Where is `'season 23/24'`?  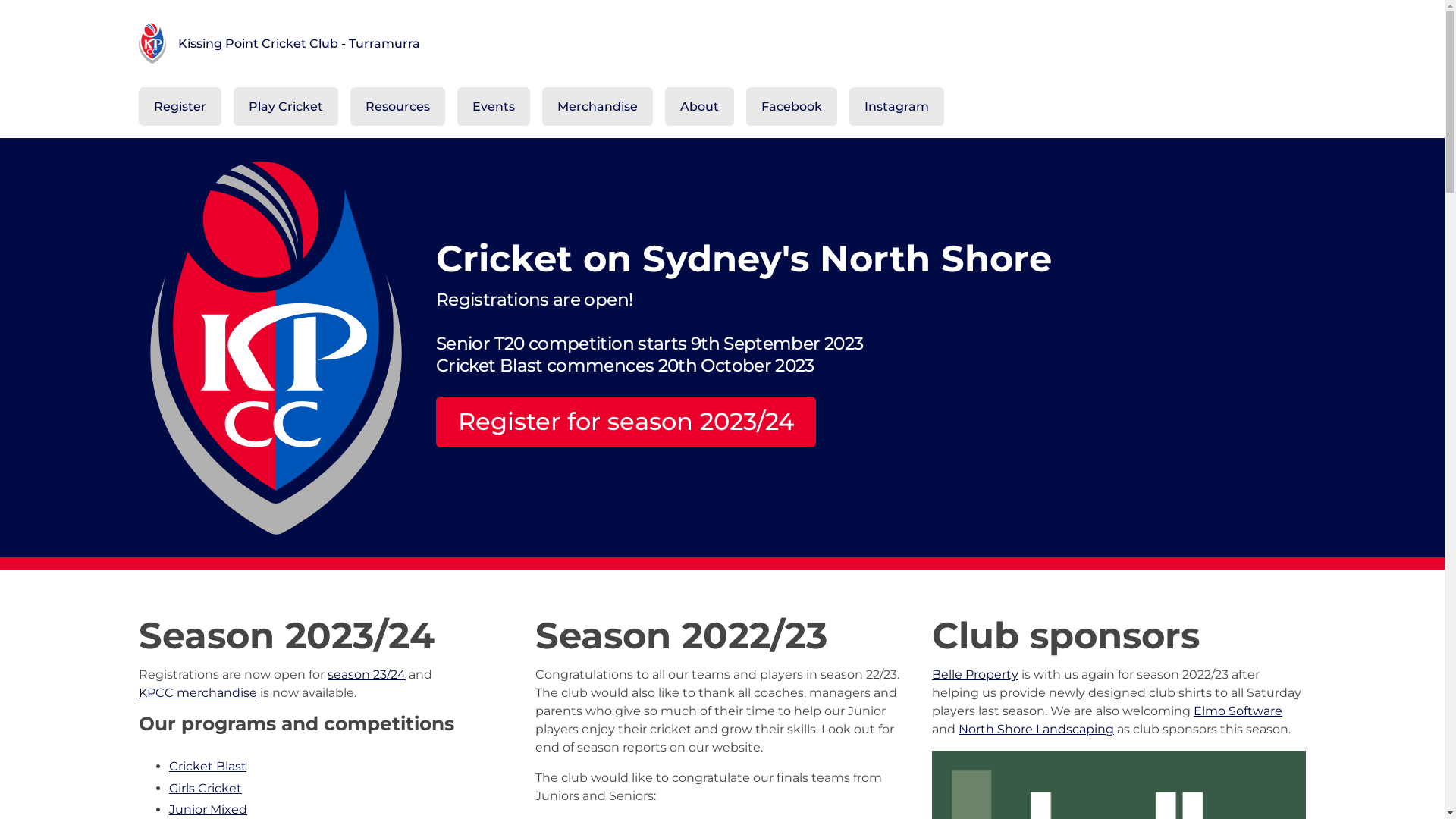
'season 23/24' is located at coordinates (366, 673).